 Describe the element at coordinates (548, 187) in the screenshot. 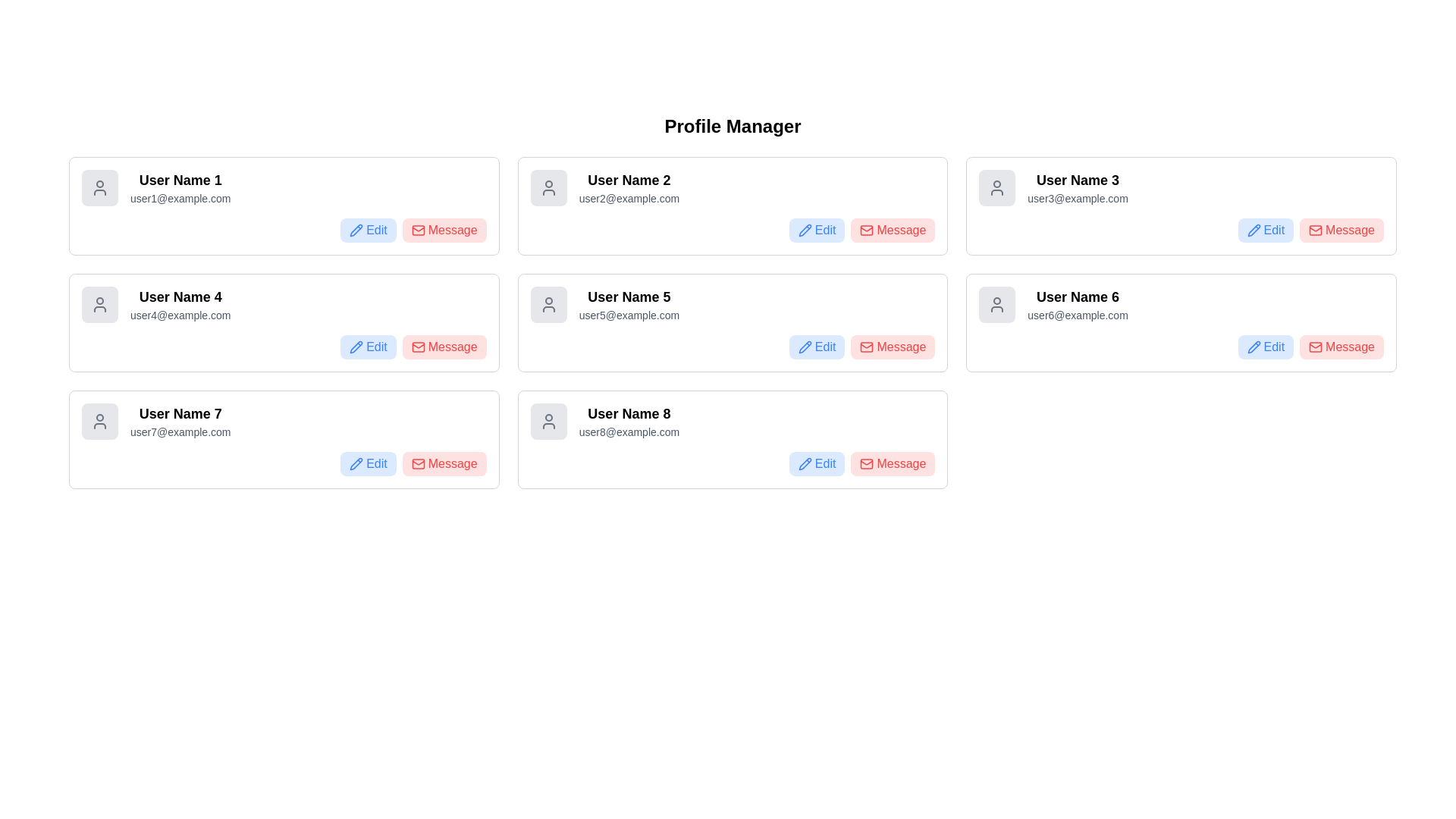

I see `the rounded rectangle icon with a gray background containing a user silhouette graphic, located in the upper-left corner of the card associated with 'User Name 2'` at that location.